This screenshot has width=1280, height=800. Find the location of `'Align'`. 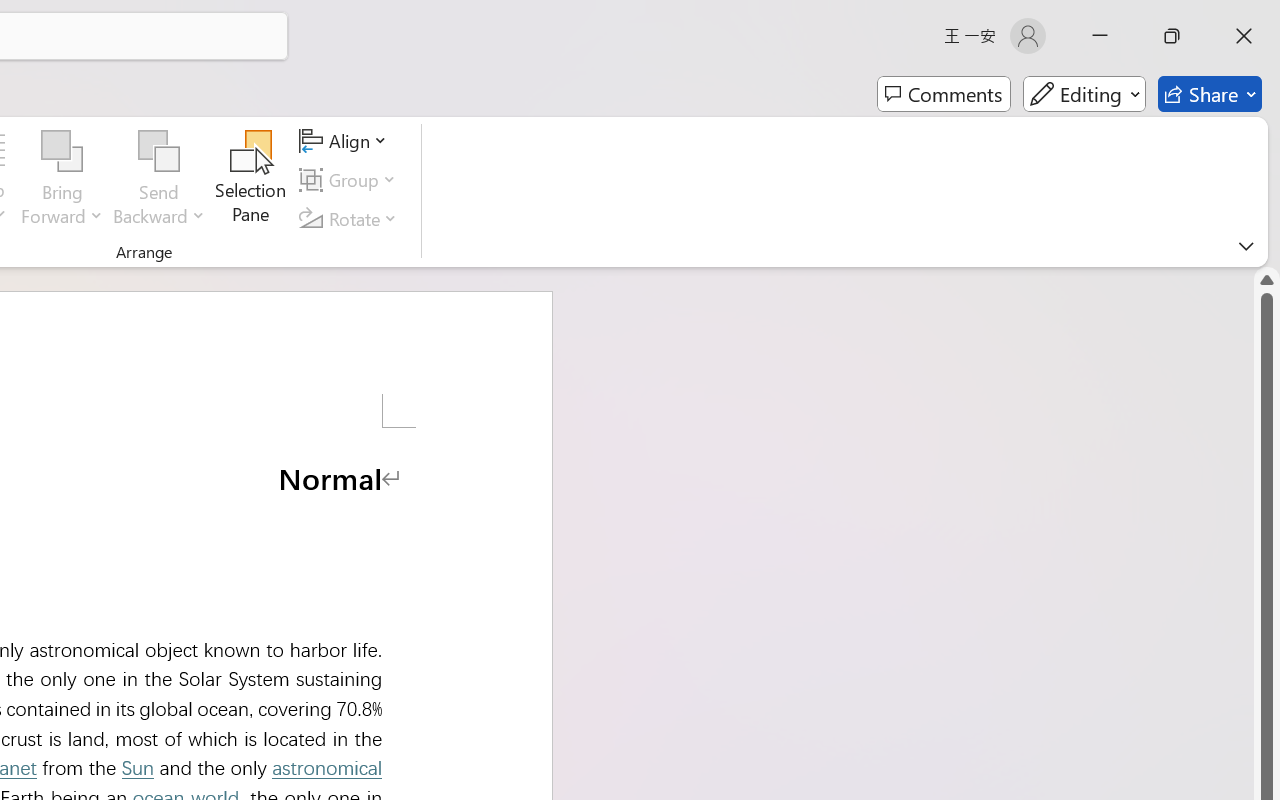

'Align' is located at coordinates (346, 141).